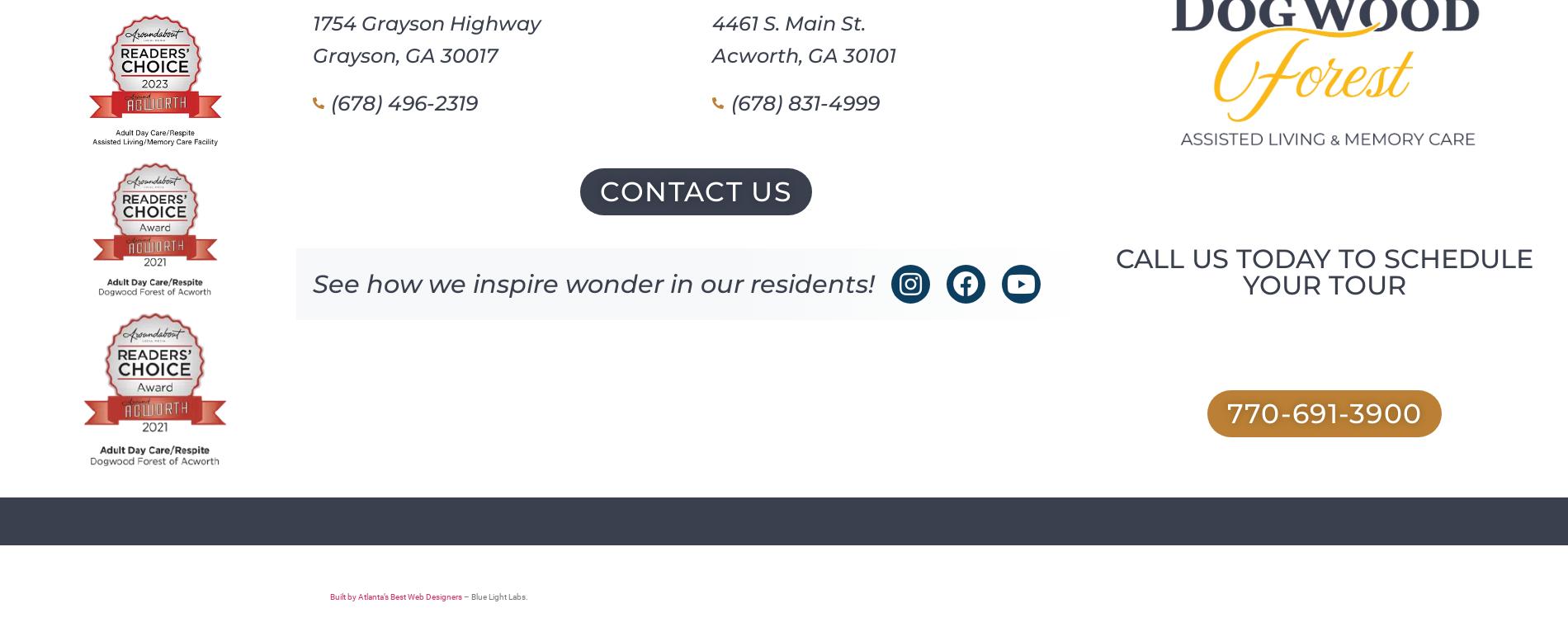 This screenshot has height=627, width=1568. What do you see at coordinates (804, 54) in the screenshot?
I see `'Acworth, GA 30101'` at bounding box center [804, 54].